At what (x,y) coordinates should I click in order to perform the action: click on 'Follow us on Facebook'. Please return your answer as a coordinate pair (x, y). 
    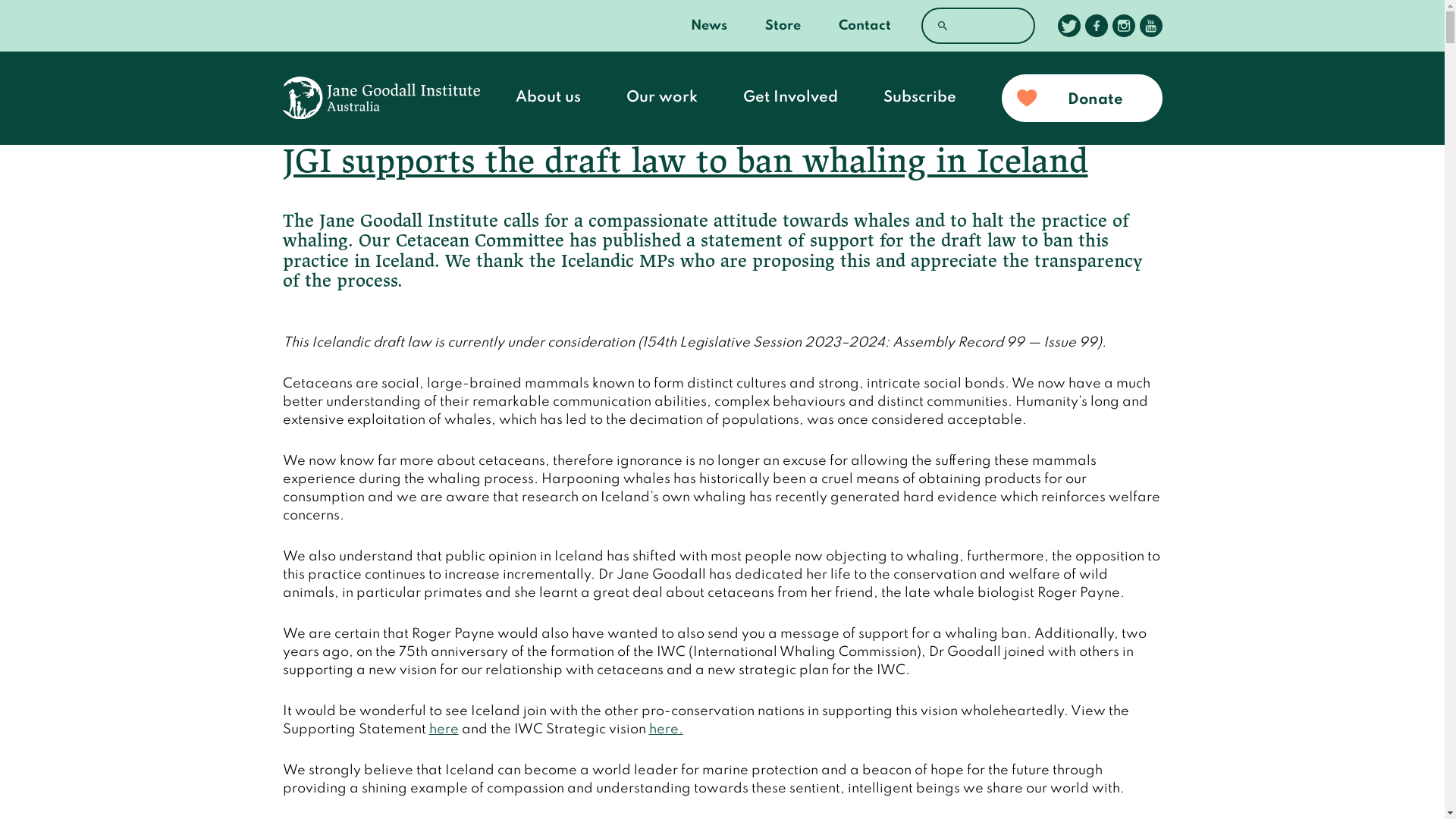
    Looking at the image, I should click on (1084, 26).